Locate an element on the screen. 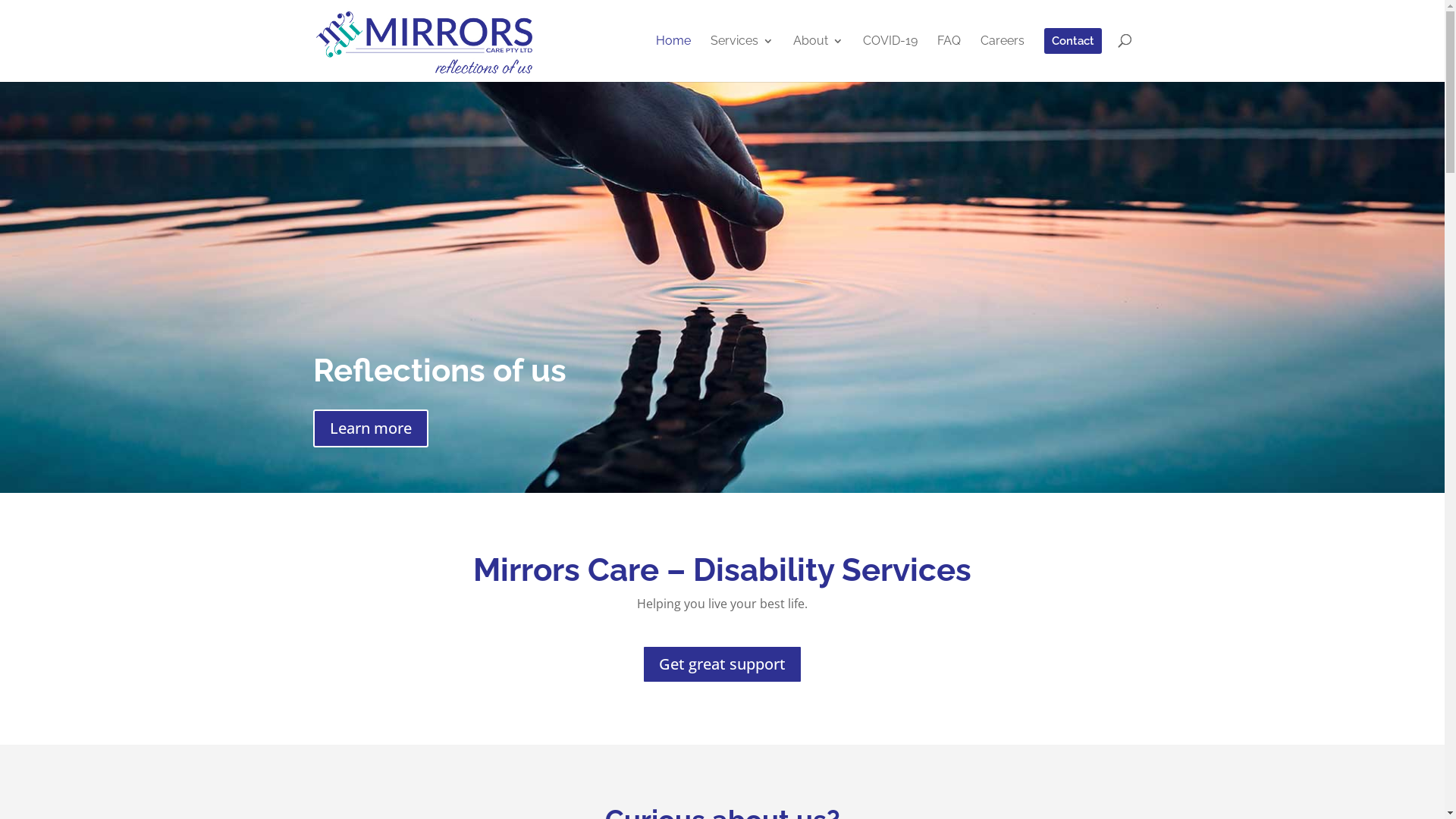  'FAQ' is located at coordinates (948, 57).